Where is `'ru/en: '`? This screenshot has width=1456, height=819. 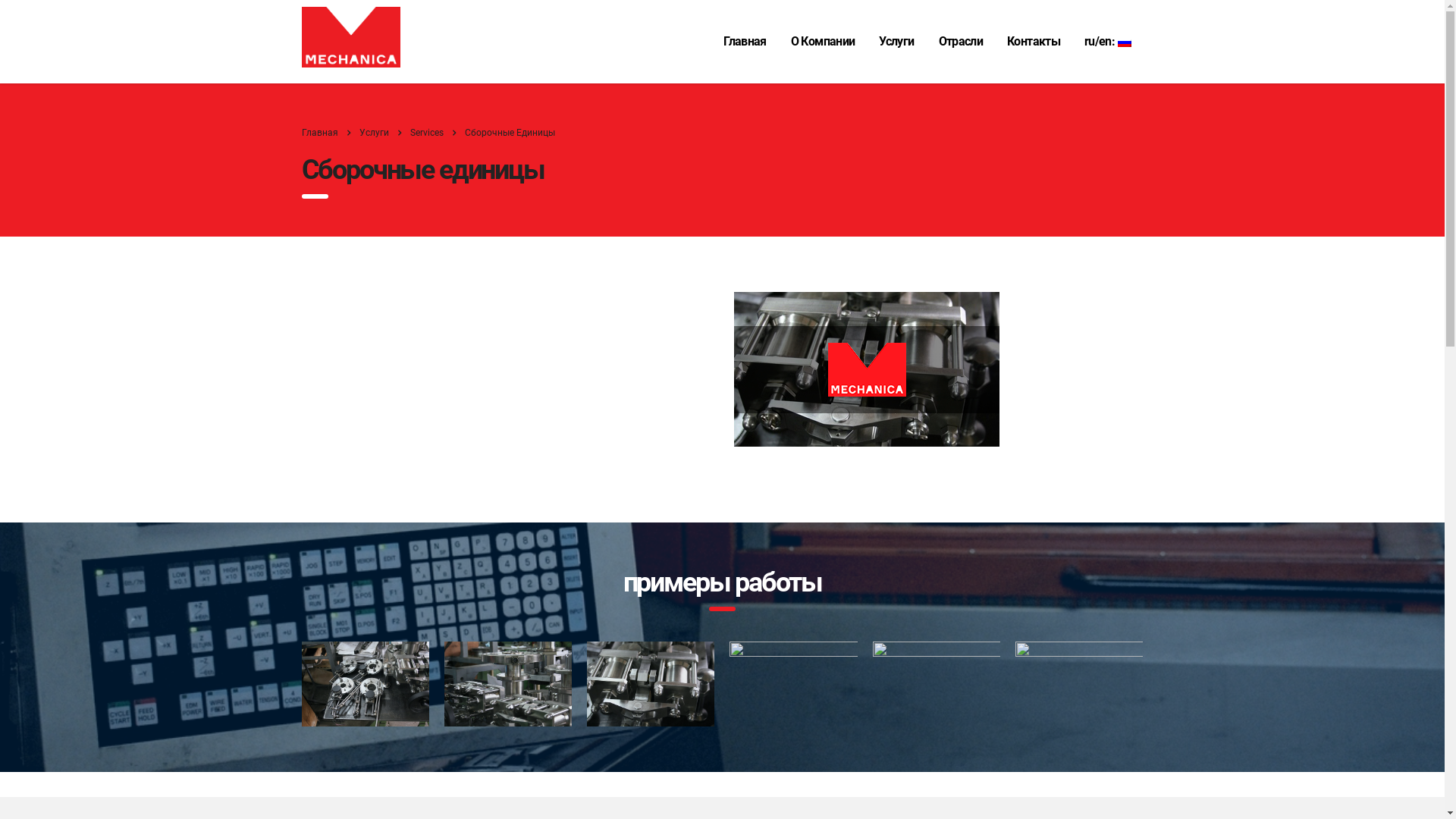
'ru/en: ' is located at coordinates (1107, 40).